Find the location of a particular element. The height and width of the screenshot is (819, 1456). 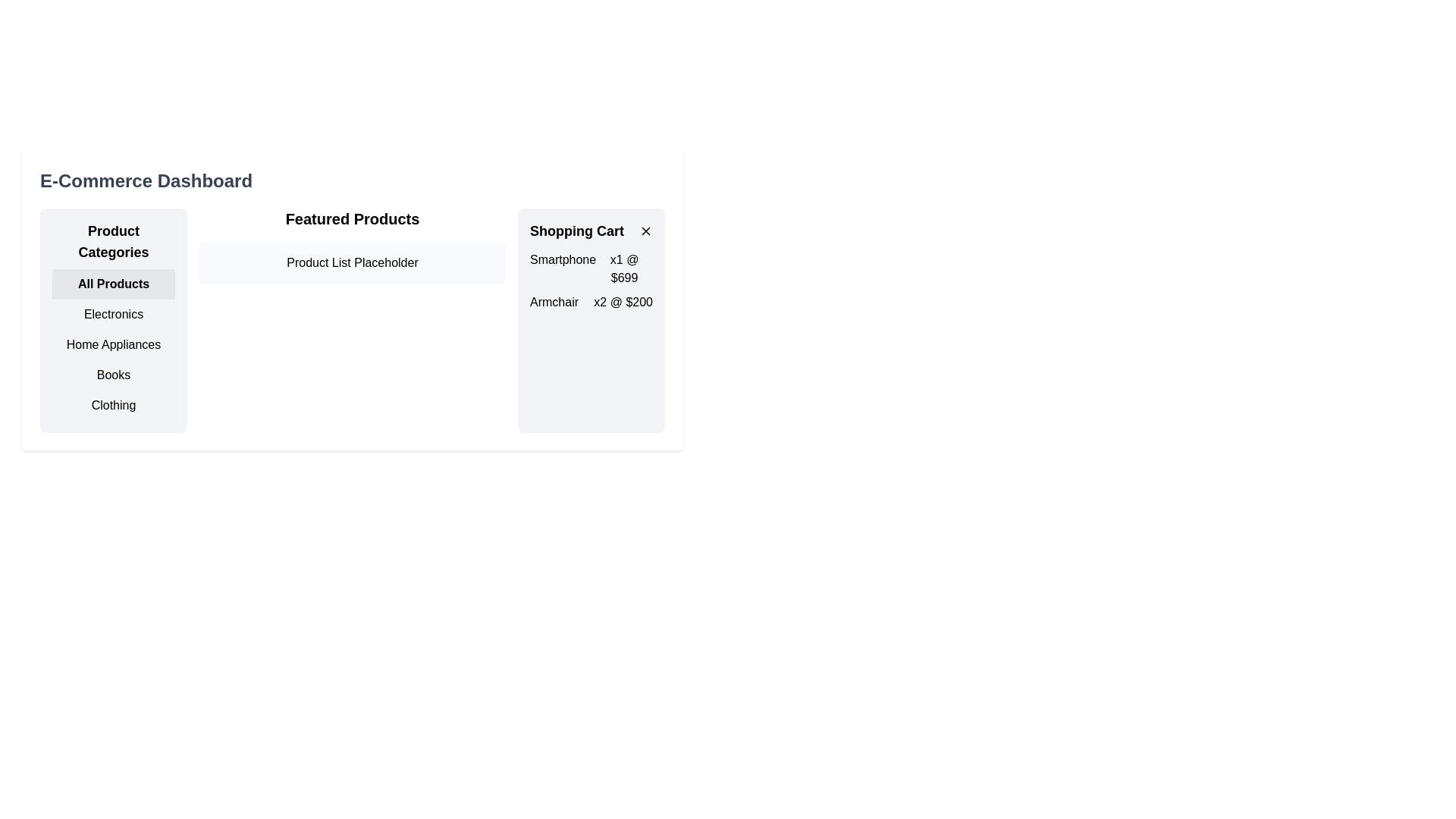

the header text label 'Product Categories', which is bold and larger in size, located in the leftmost column with a light gray background is located at coordinates (112, 241).